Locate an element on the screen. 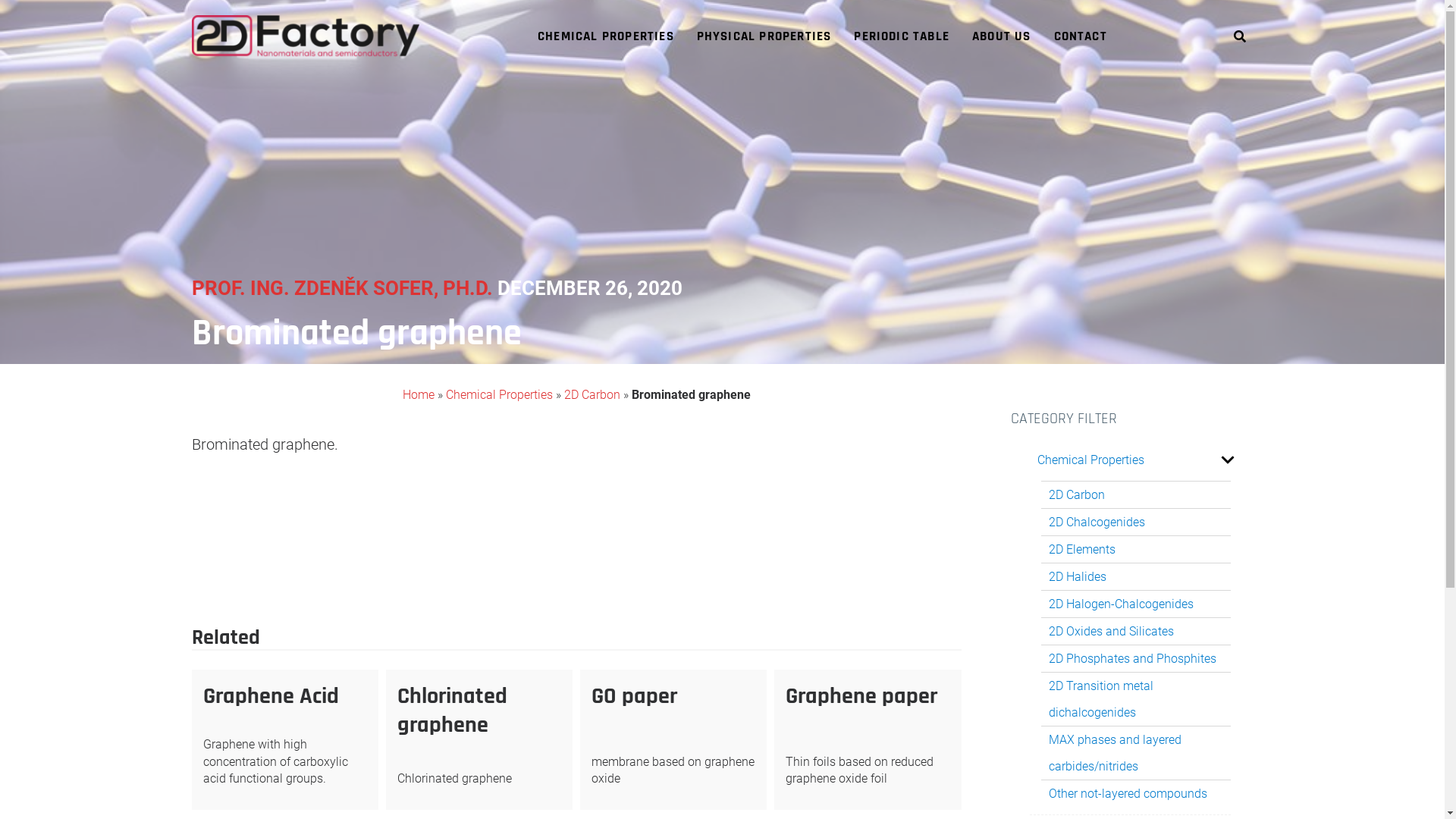 Image resolution: width=1456 pixels, height=819 pixels. 'Chemical Properties' is located at coordinates (1090, 459).